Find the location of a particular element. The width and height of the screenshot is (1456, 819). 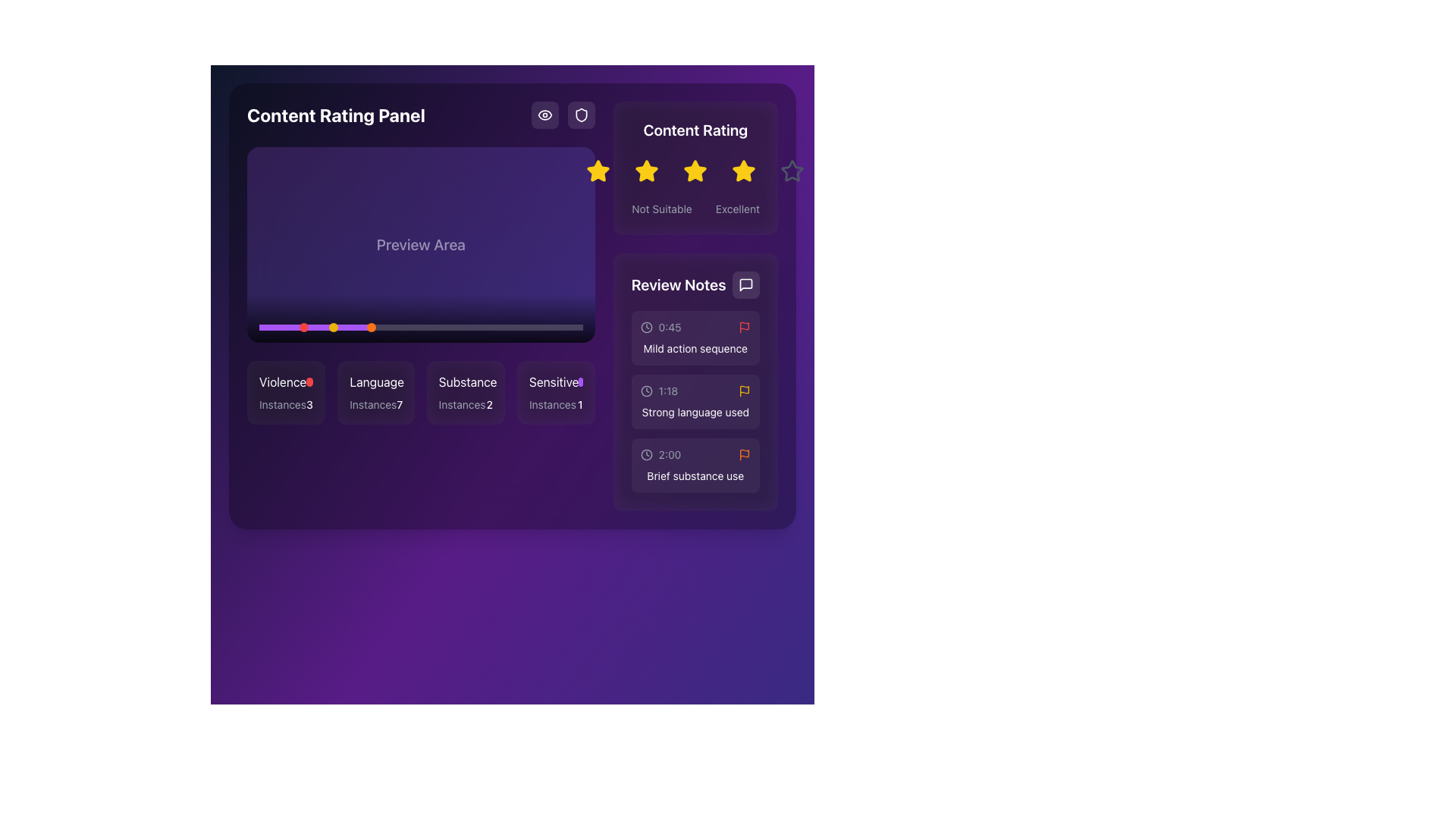

the fifth yellow star icon in the 'Content Rating' section is located at coordinates (743, 171).